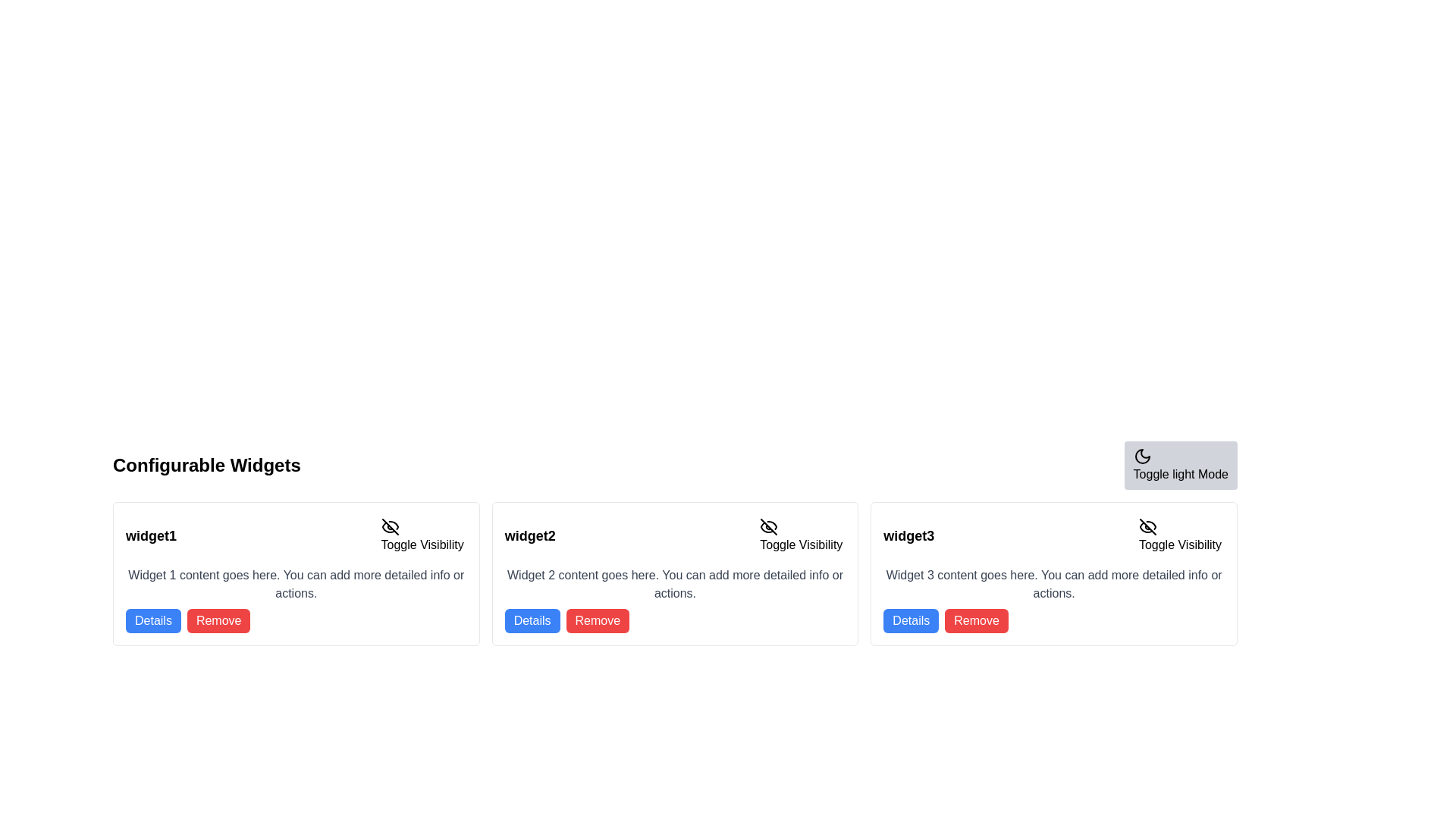 This screenshot has width=1456, height=819. I want to click on the eye-shaped icon with a diagonal slash, located in the upper-right corner of 'widget2', next to 'Toggle Visibility', so click(769, 526).